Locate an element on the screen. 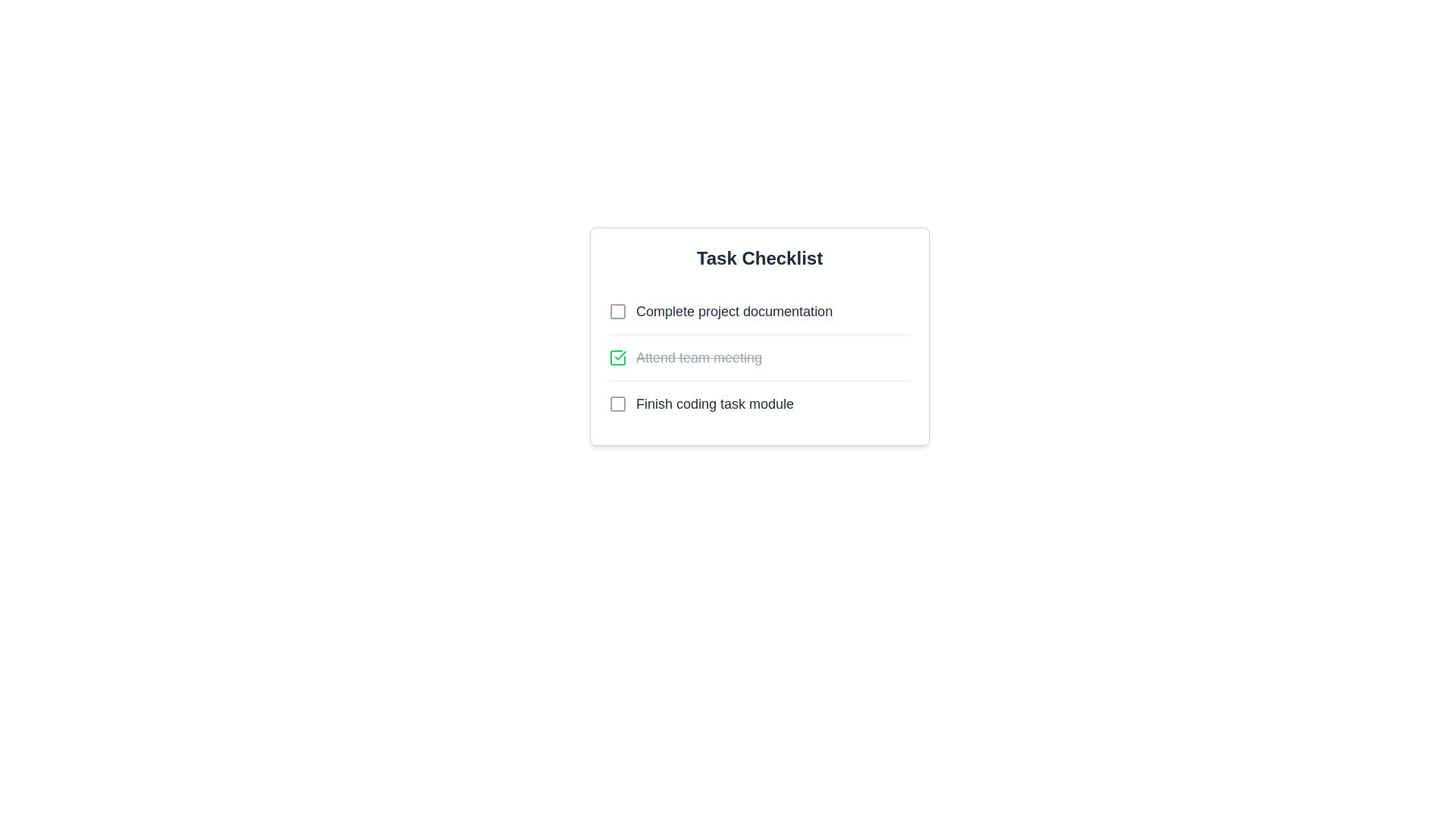  the checkbox-like indicator for the 'Complete project documentation' task is located at coordinates (618, 311).